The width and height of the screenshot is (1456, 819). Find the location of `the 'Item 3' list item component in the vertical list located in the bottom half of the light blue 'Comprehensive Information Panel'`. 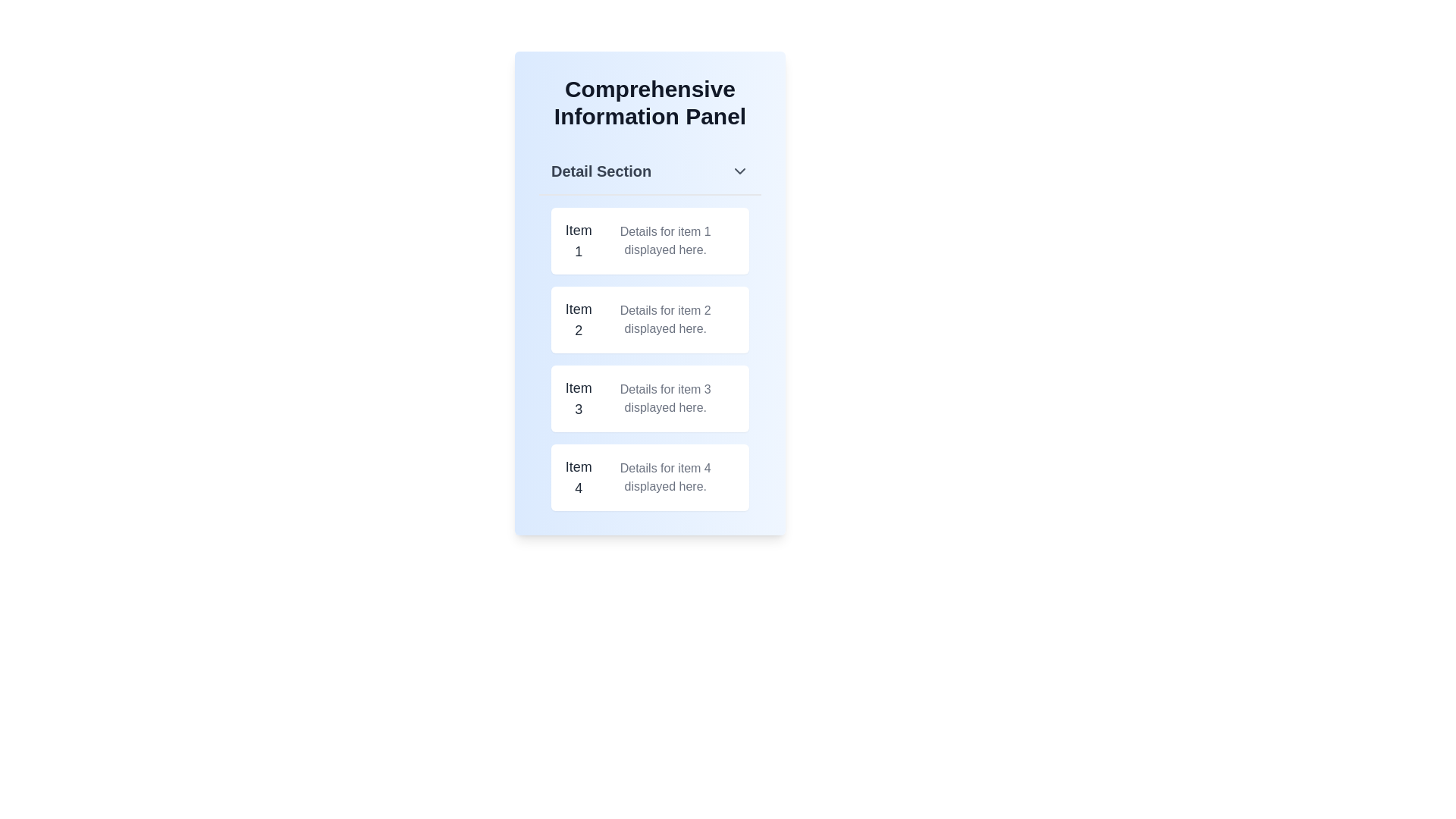

the 'Item 3' list item component in the vertical list located in the bottom half of the light blue 'Comprehensive Information Panel' is located at coordinates (650, 359).